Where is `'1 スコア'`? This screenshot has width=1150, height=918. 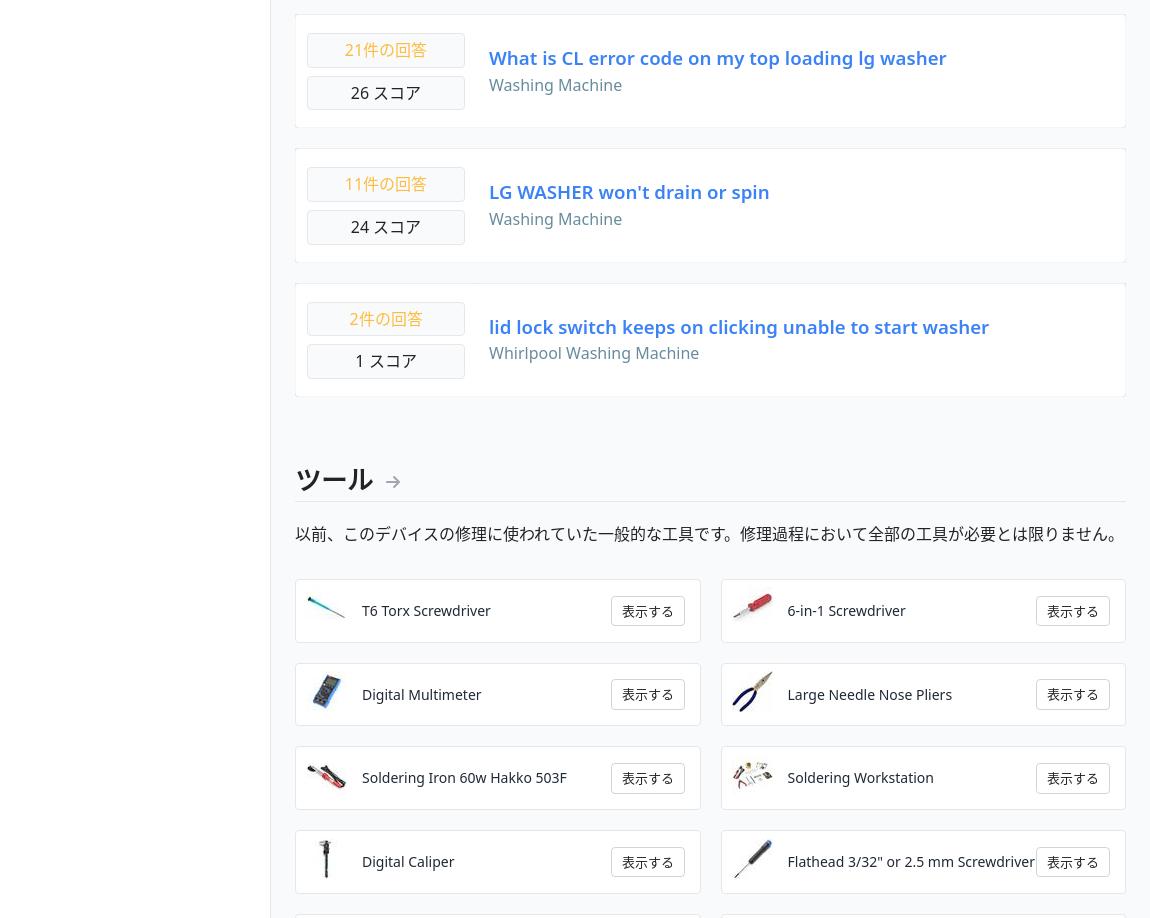
'1 スコア' is located at coordinates (355, 360).